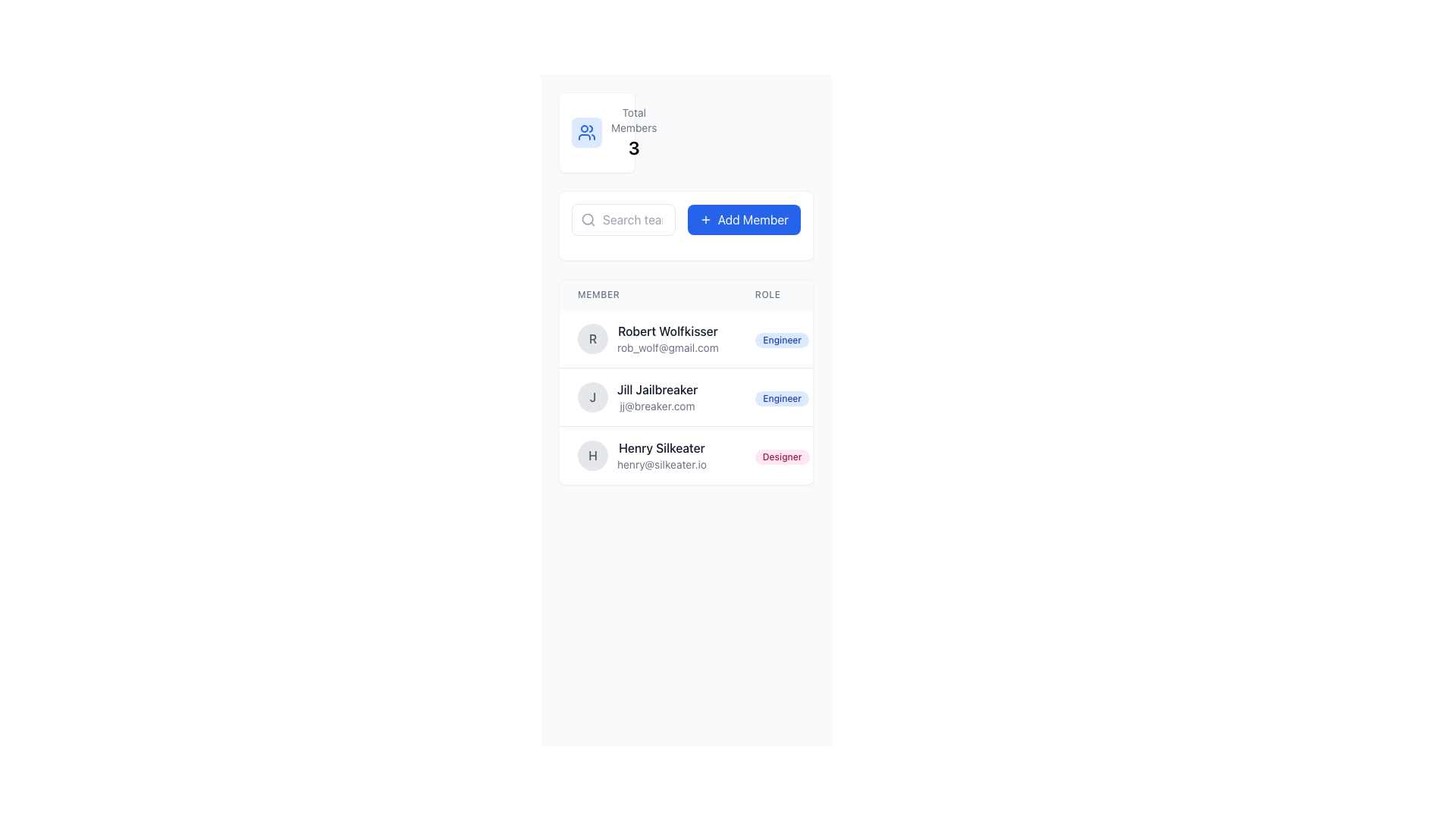 The image size is (1456, 819). Describe the element at coordinates (592, 455) in the screenshot. I see `the character 'H' styled in gray color` at that location.